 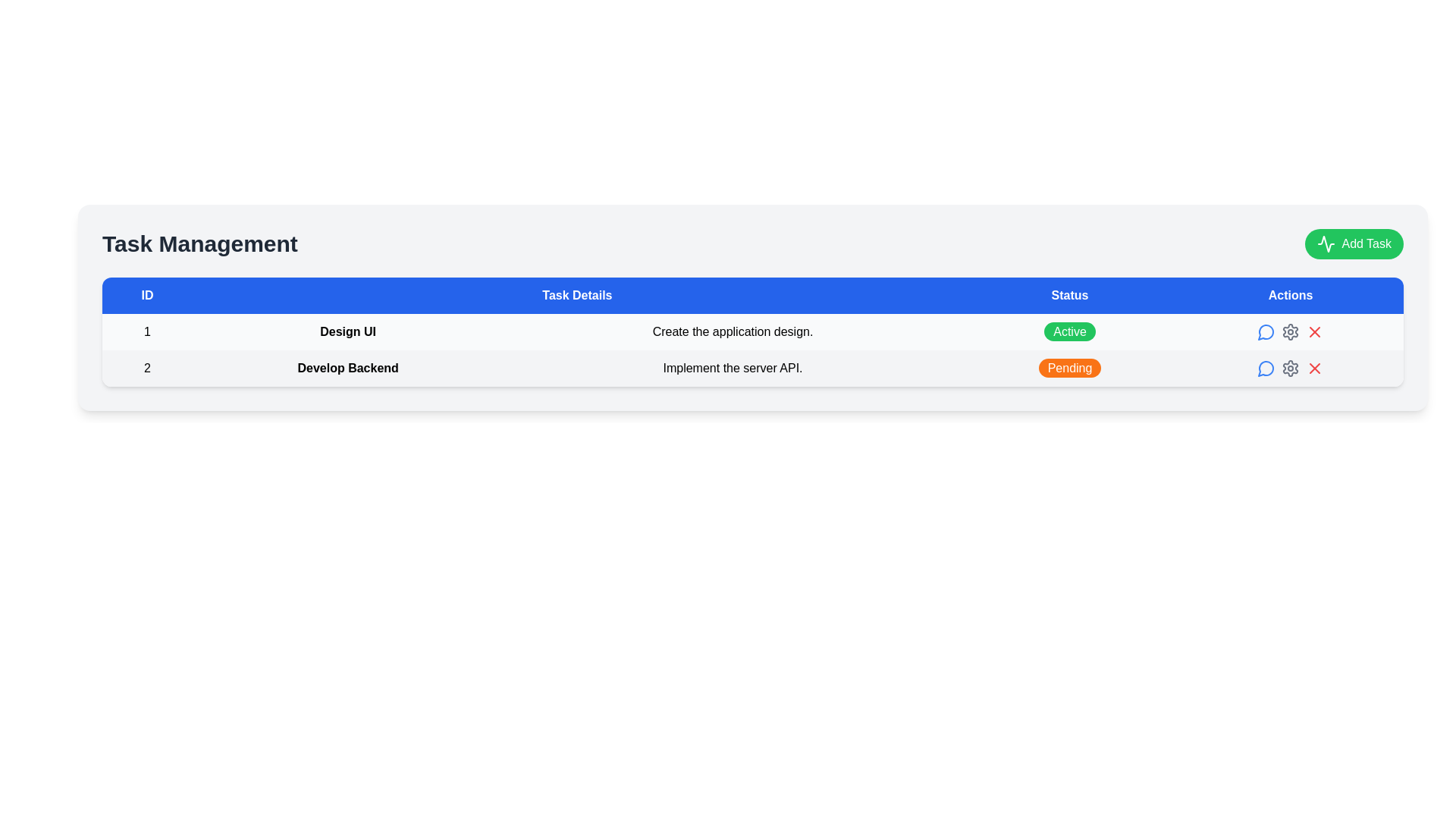 I want to click on the Text label in the 'Task Details' section, located in the third cell of the second row of the table, so click(x=733, y=369).